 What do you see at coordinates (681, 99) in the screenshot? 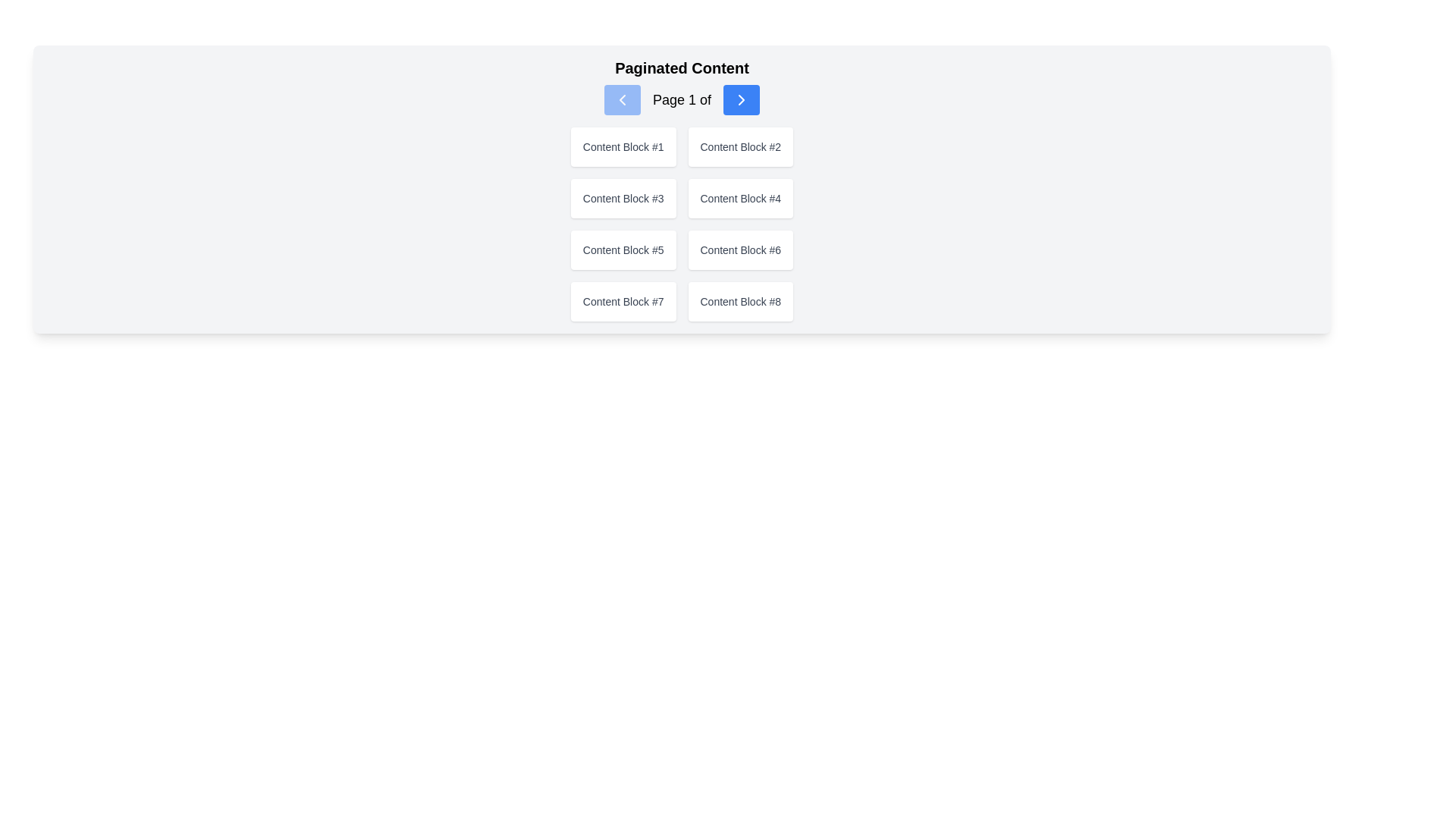
I see `the text label displaying 'Page 1 of' which serves as a page indicator in the pagination interface` at bounding box center [681, 99].